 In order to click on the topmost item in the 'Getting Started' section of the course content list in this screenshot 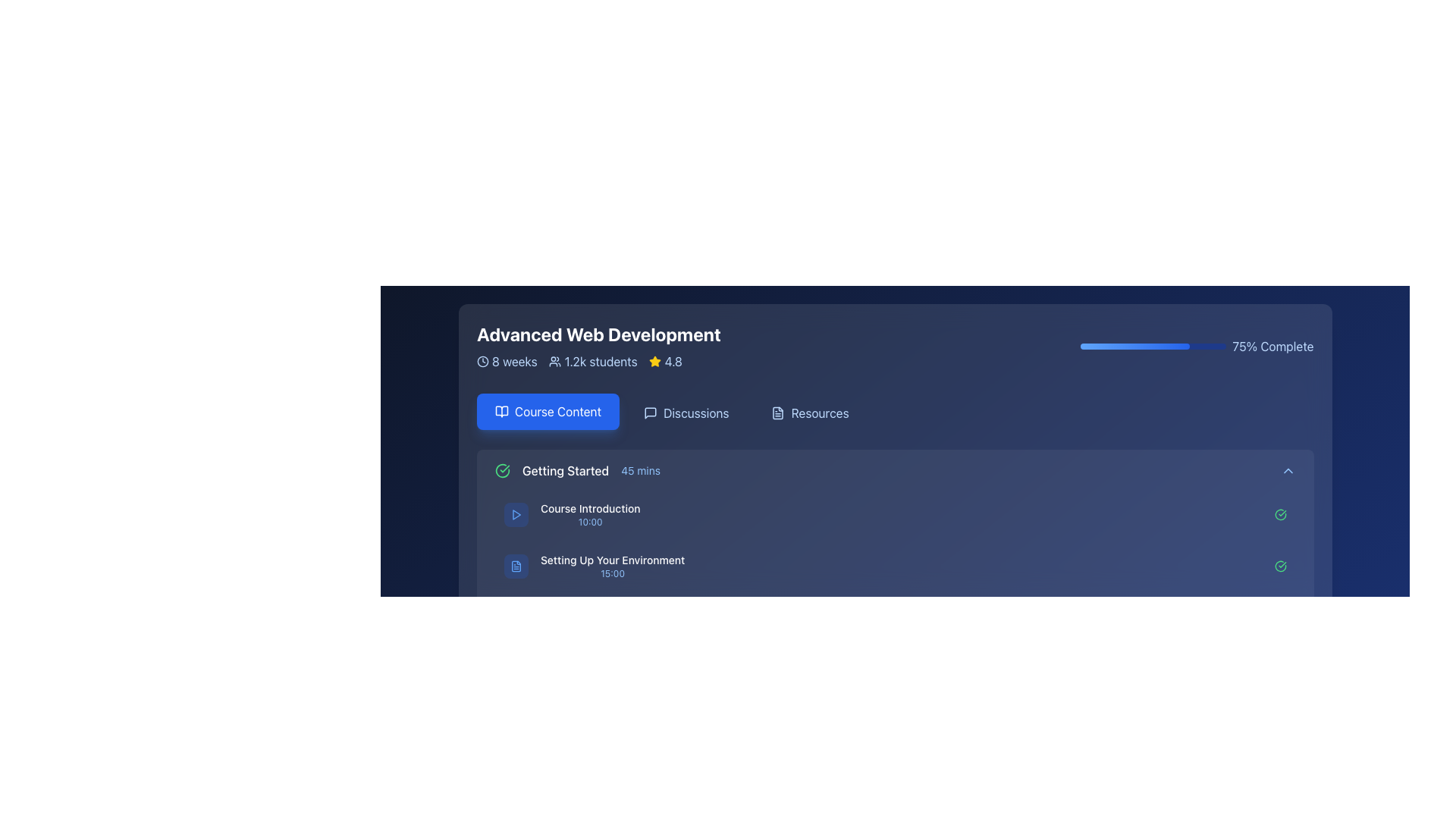, I will do `click(895, 513)`.